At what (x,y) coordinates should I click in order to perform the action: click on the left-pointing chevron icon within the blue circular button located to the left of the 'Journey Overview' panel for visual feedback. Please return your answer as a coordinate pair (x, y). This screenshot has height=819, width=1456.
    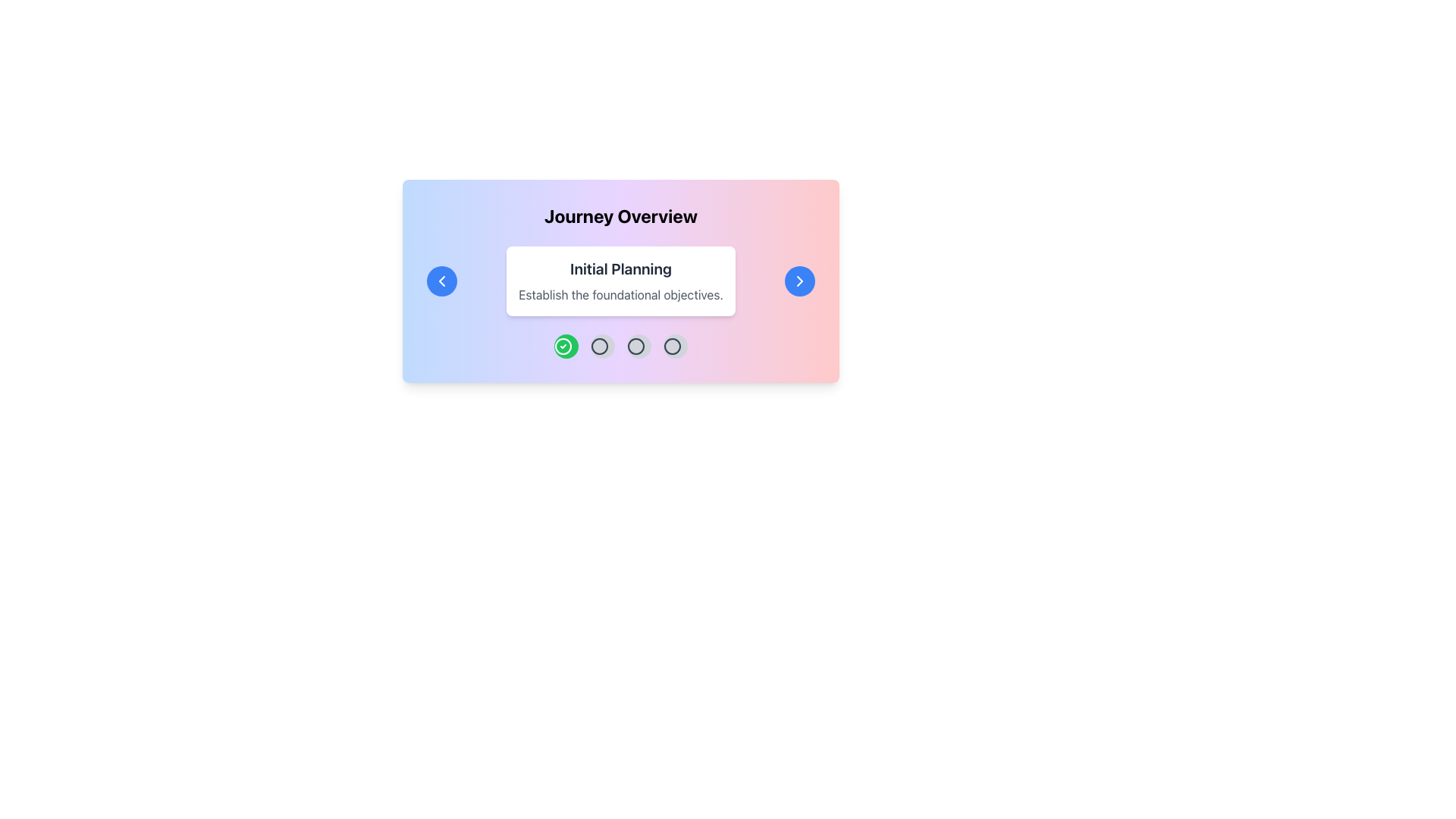
    Looking at the image, I should click on (441, 281).